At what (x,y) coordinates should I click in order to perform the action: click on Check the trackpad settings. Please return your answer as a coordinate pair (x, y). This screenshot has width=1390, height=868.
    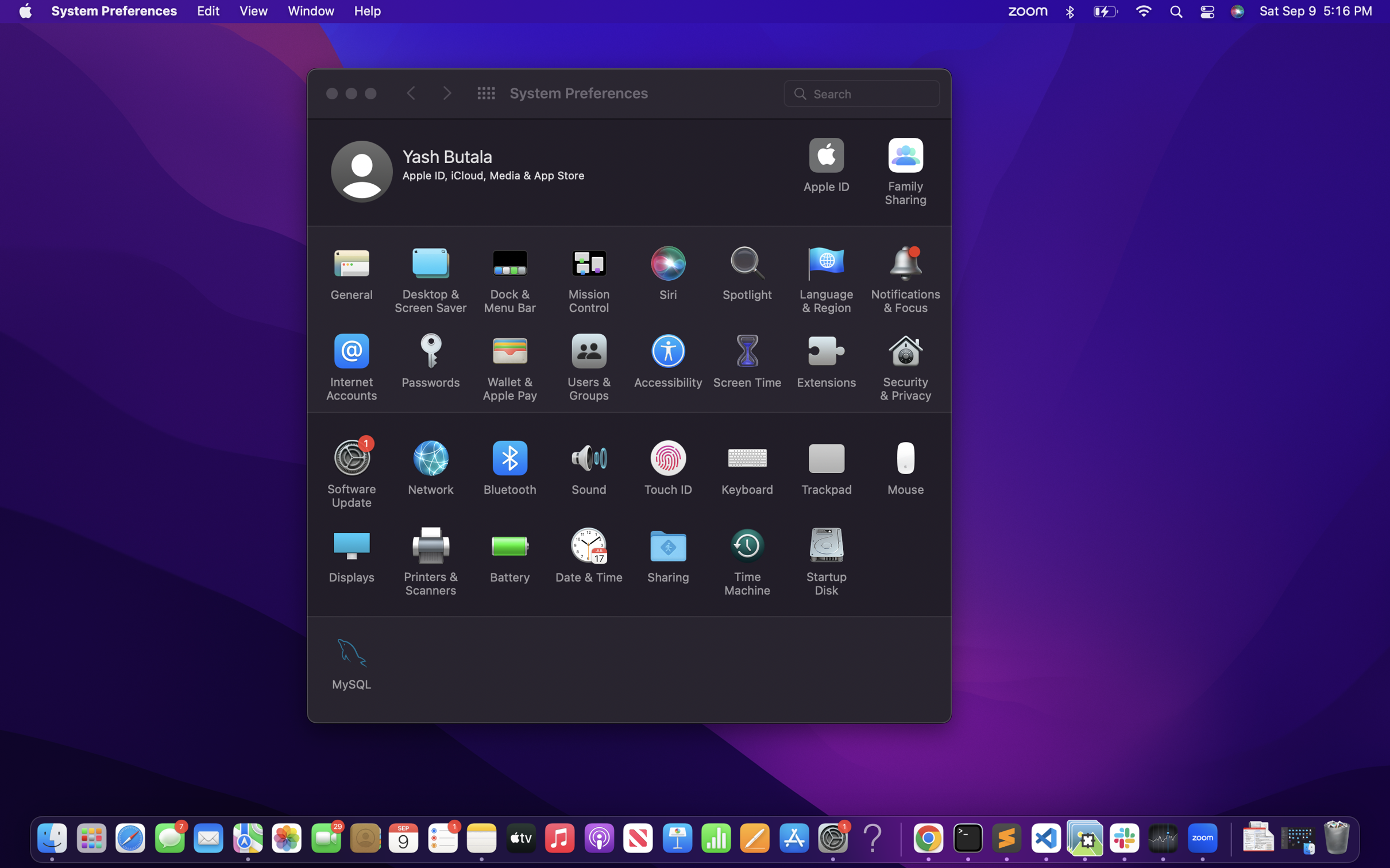
    Looking at the image, I should click on (827, 464).